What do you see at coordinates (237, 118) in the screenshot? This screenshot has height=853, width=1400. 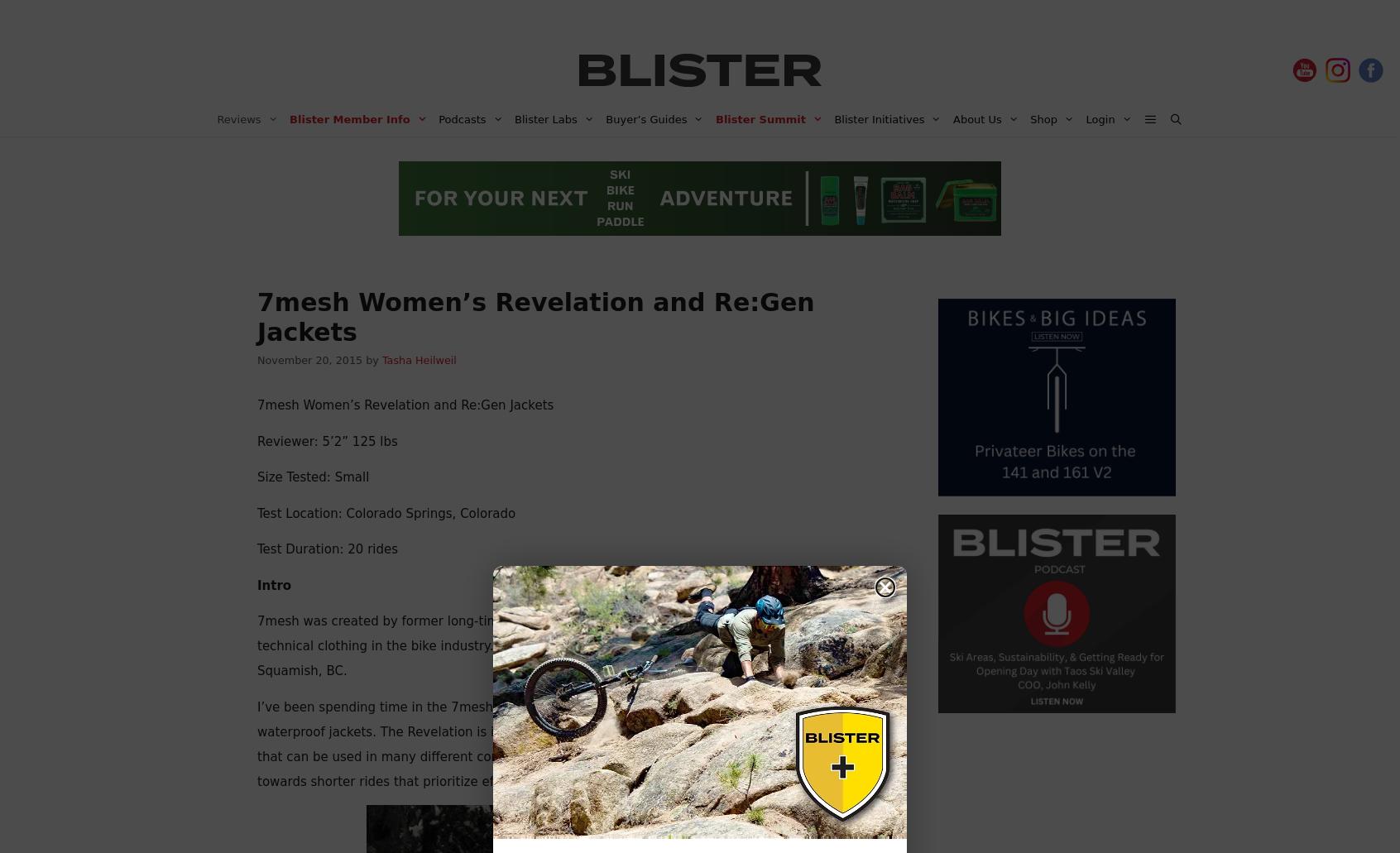 I see `'Reviews'` at bounding box center [237, 118].